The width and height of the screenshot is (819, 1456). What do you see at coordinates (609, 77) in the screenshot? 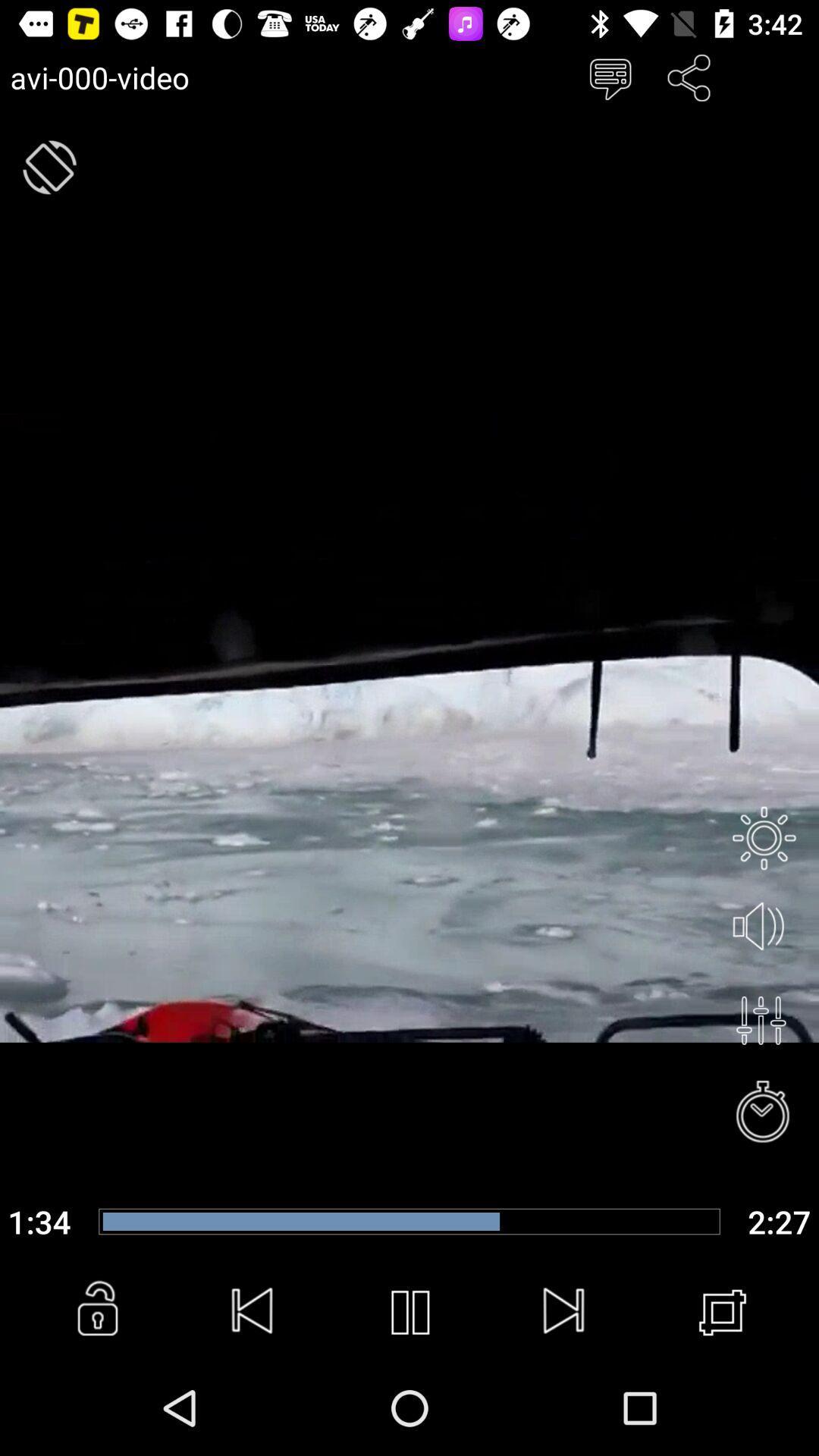
I see `the icon left to share on top` at bounding box center [609, 77].